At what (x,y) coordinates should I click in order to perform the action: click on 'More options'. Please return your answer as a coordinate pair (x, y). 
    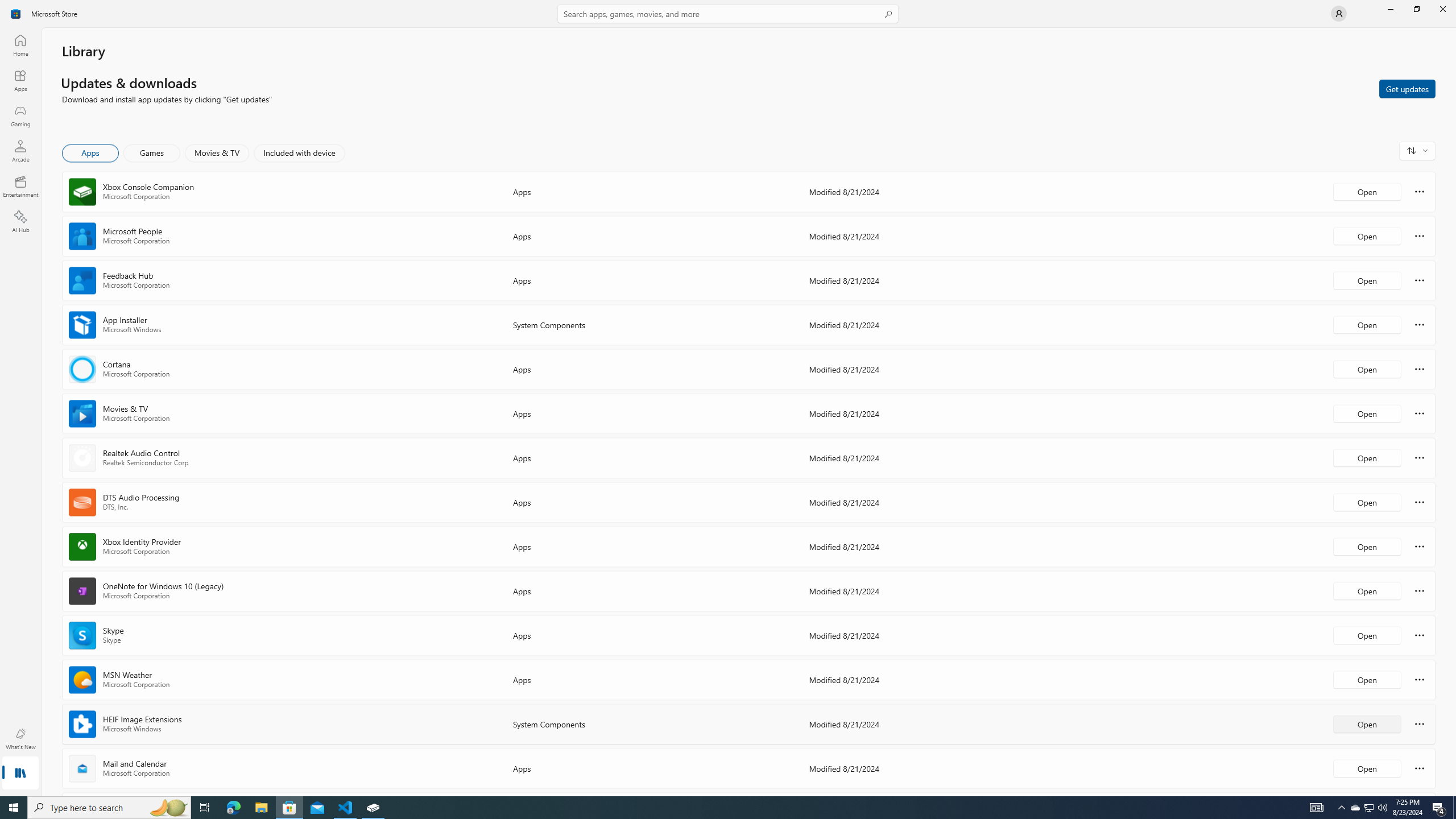
    Looking at the image, I should click on (1419, 767).